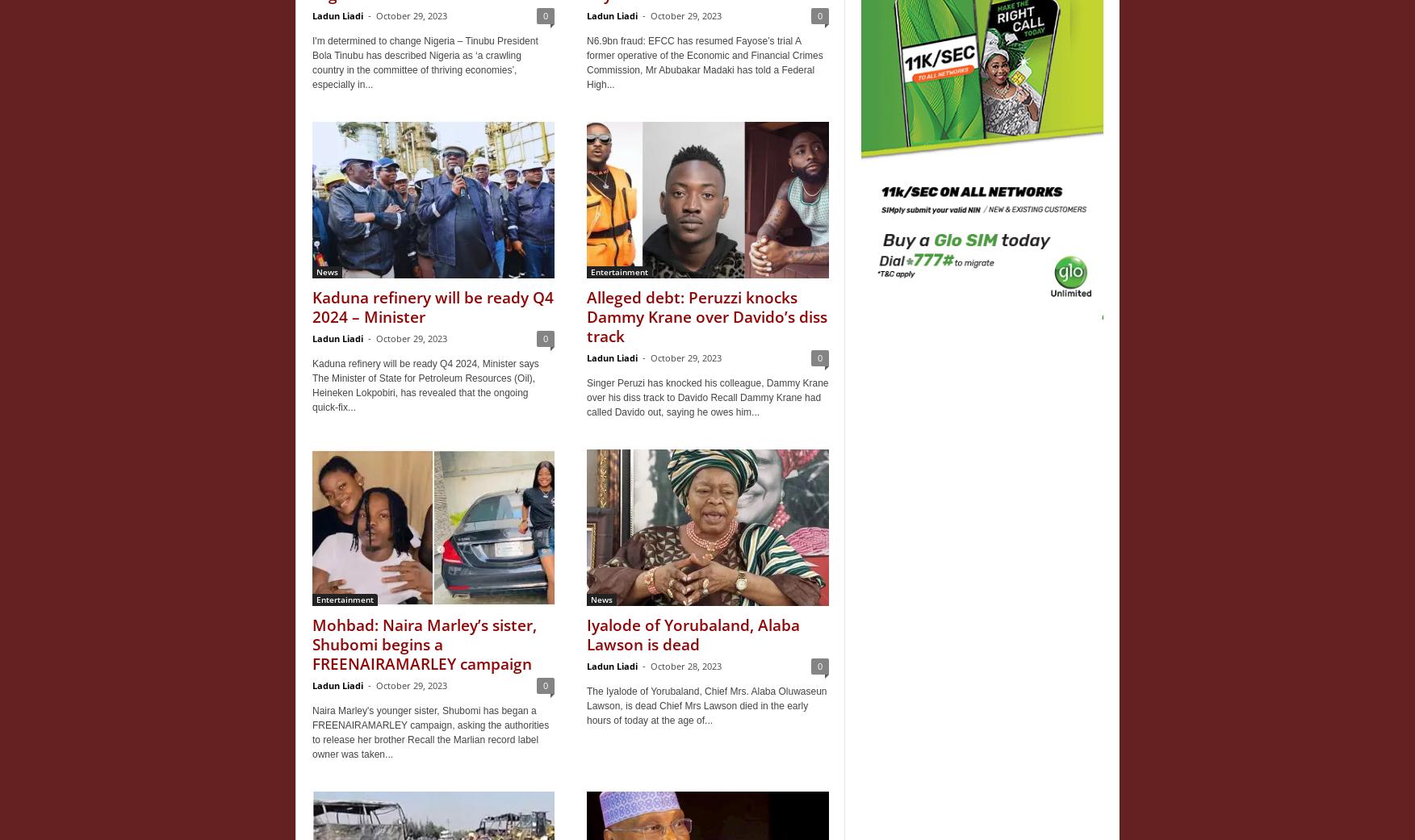 Image resolution: width=1415 pixels, height=840 pixels. Describe the element at coordinates (425, 644) in the screenshot. I see `'Mohbad: Naira Marley’s sister, Shubomi begins a FREENAIRAMARLEY campaign'` at that location.